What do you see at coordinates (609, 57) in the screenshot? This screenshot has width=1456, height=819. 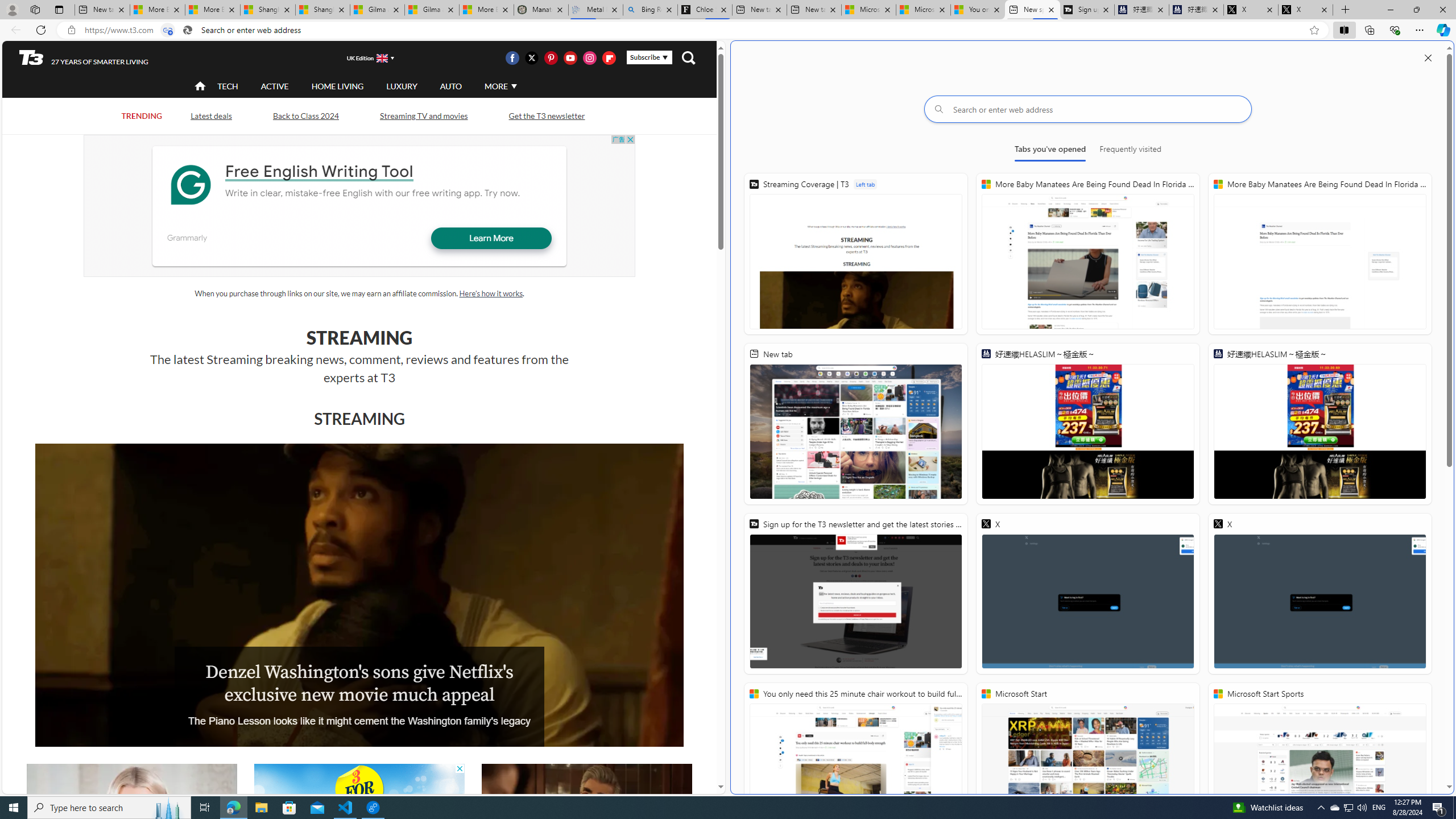 I see `'Class: icon-svg'` at bounding box center [609, 57].